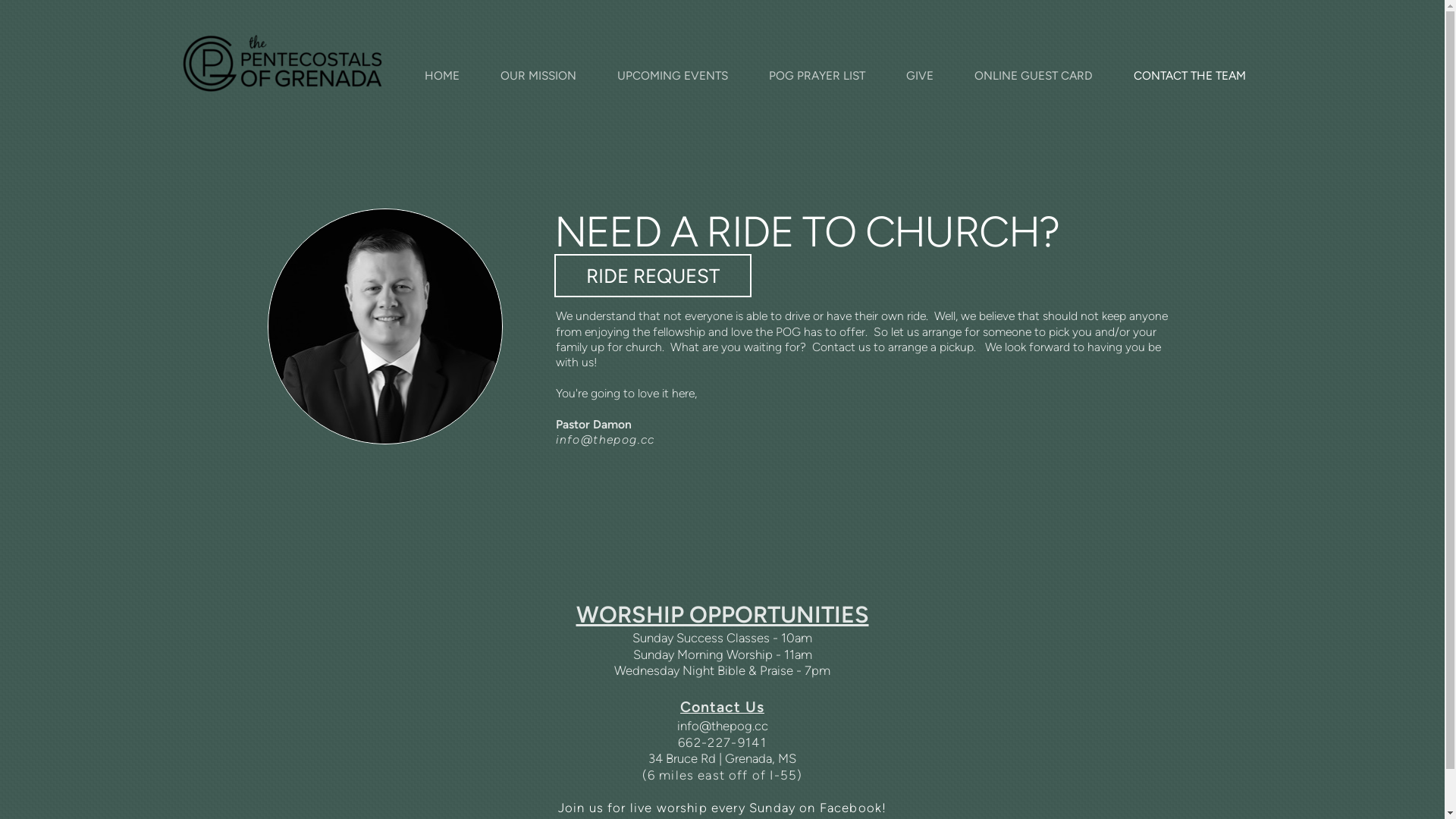 The width and height of the screenshot is (1456, 819). What do you see at coordinates (440, 75) in the screenshot?
I see `'HOME'` at bounding box center [440, 75].